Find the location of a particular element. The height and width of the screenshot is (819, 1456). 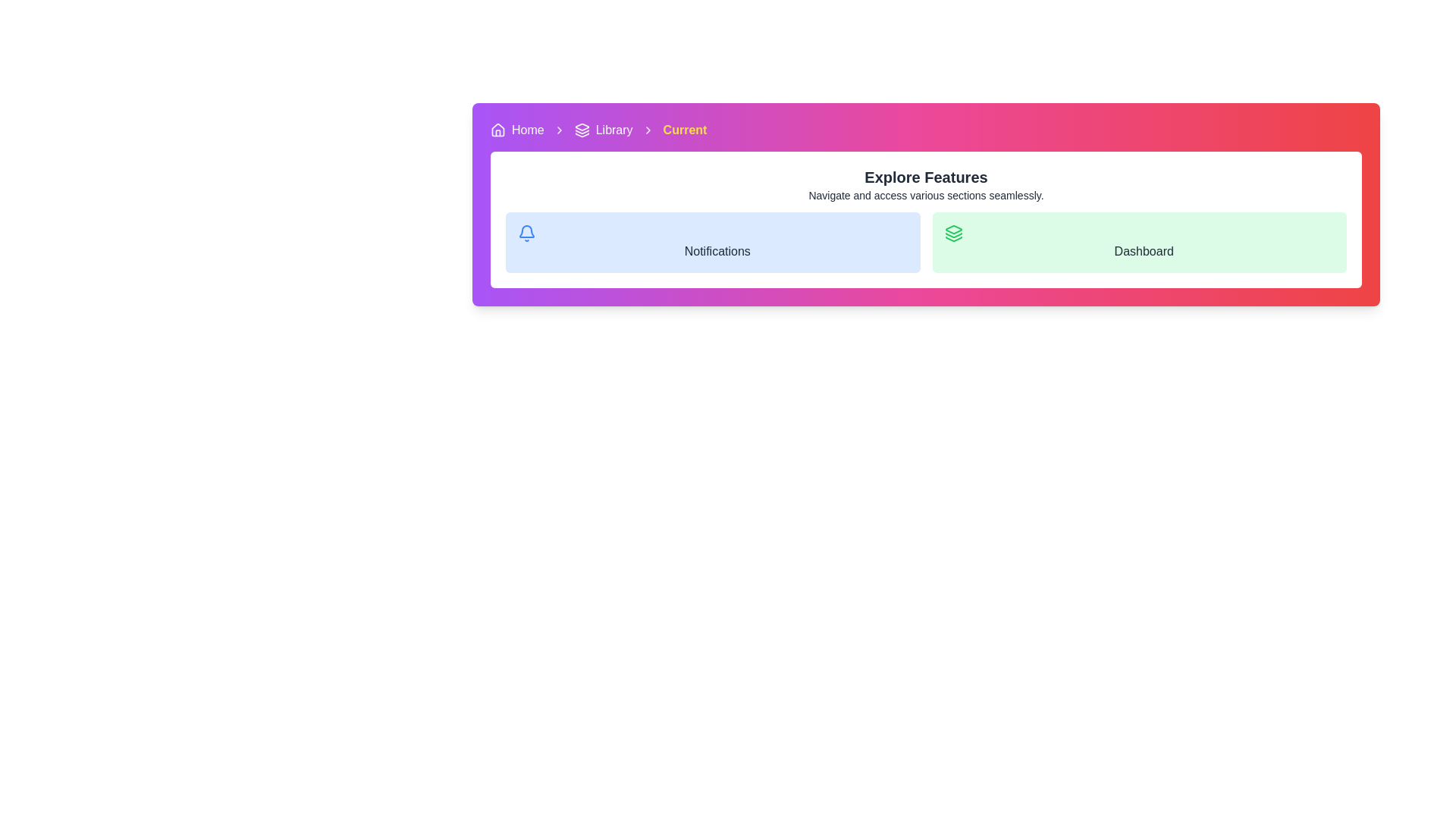

the middle layer of the stacked icon located within the Dashboard button on the right side of a two-button layout in the Explore Features section is located at coordinates (952, 235).